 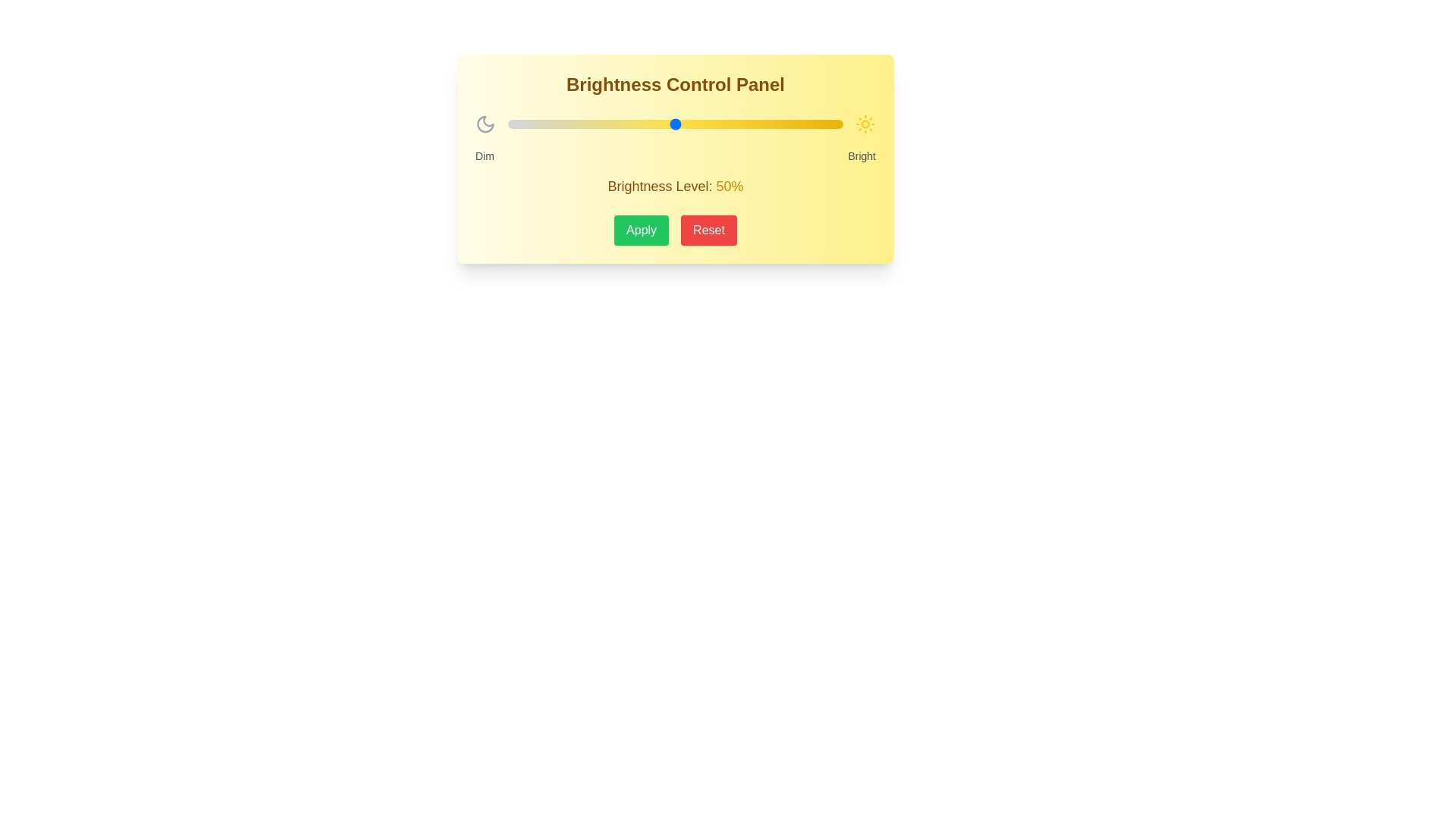 I want to click on the 'Apply' button to apply the brightness setting, so click(x=641, y=231).